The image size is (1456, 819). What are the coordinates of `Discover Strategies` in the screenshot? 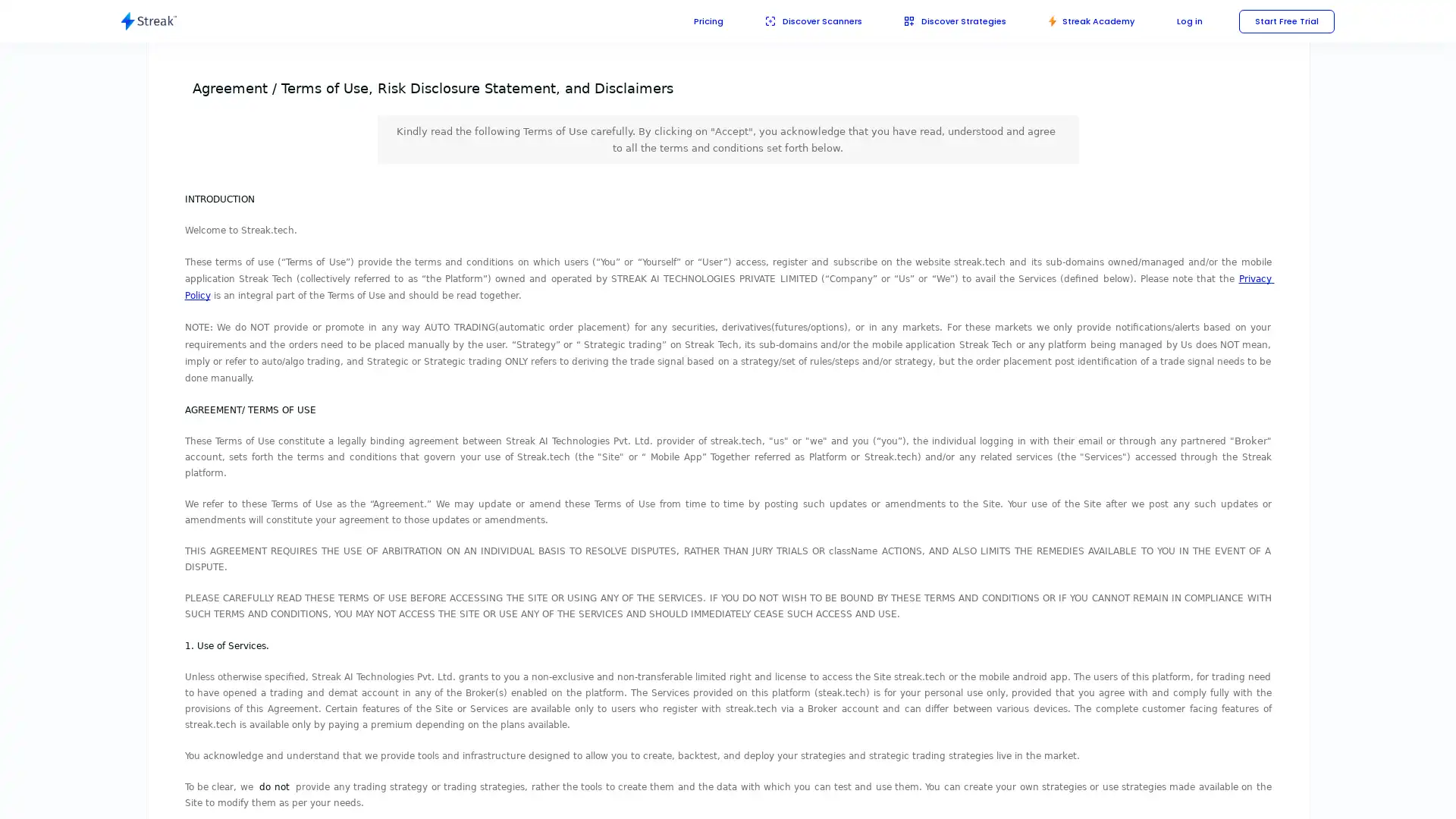 It's located at (942, 20).